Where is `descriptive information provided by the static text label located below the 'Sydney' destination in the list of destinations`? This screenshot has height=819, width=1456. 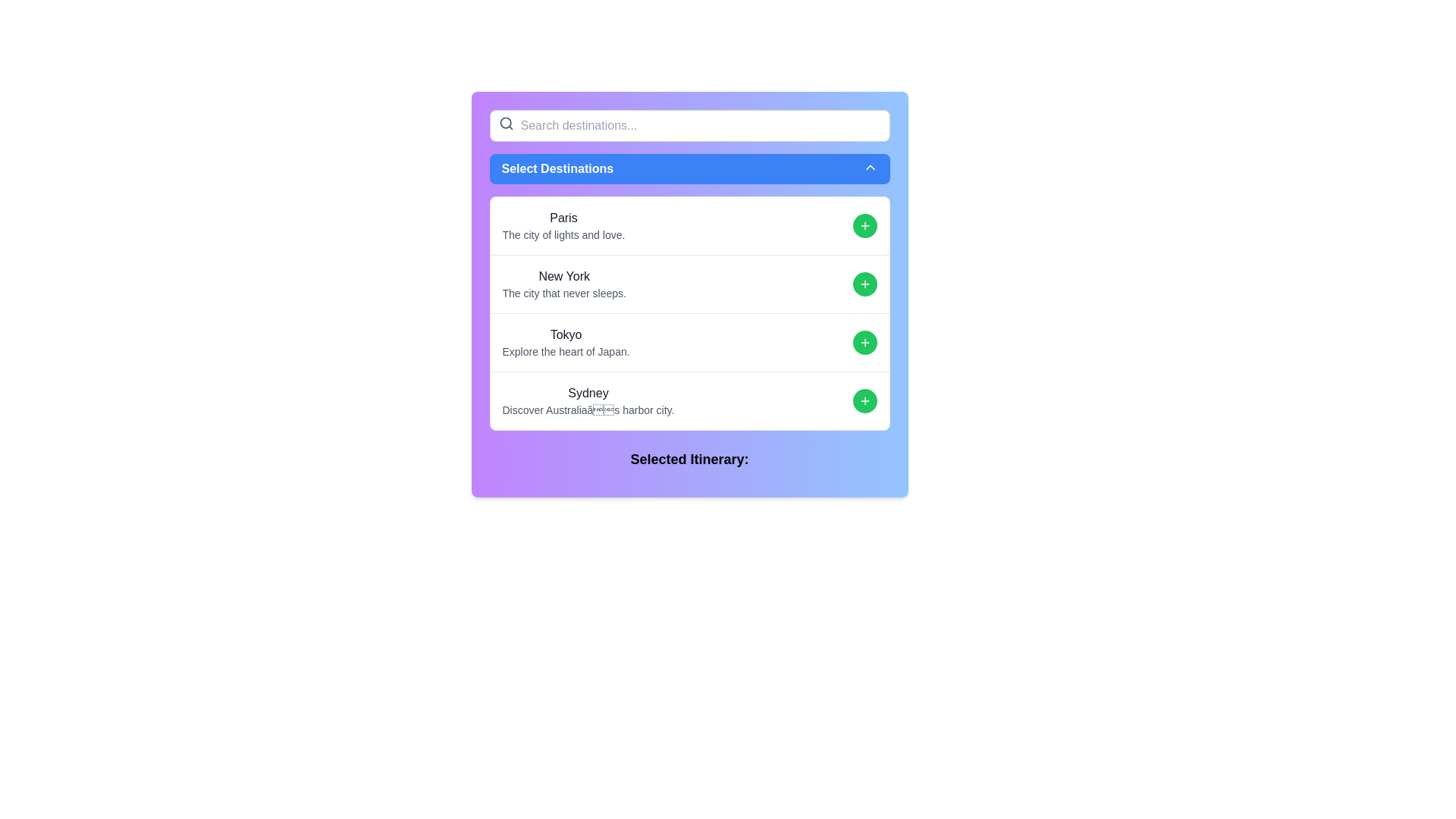
descriptive information provided by the static text label located below the 'Sydney' destination in the list of destinations is located at coordinates (588, 409).